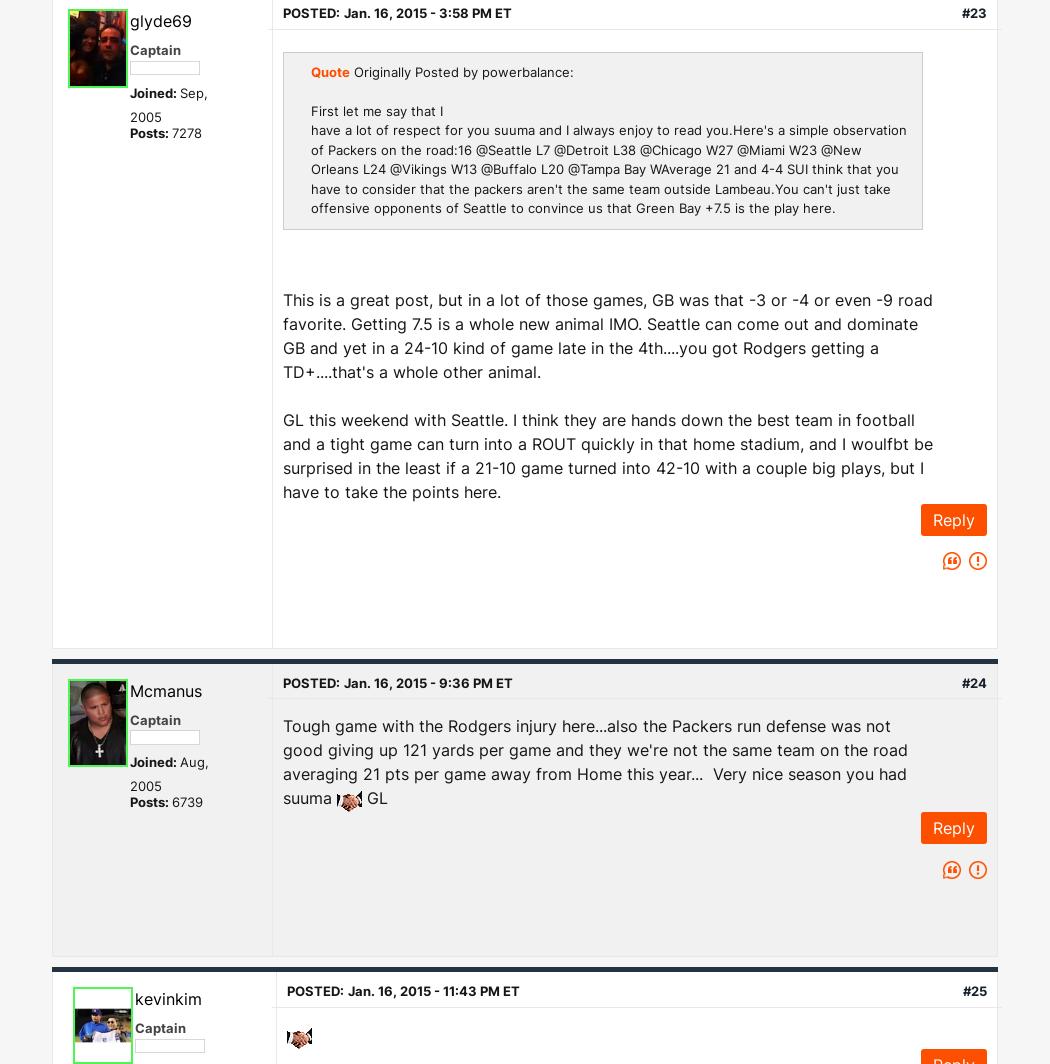  I want to click on 'Jan. 16, 2015 - 3:58 PM ET', so click(426, 12).